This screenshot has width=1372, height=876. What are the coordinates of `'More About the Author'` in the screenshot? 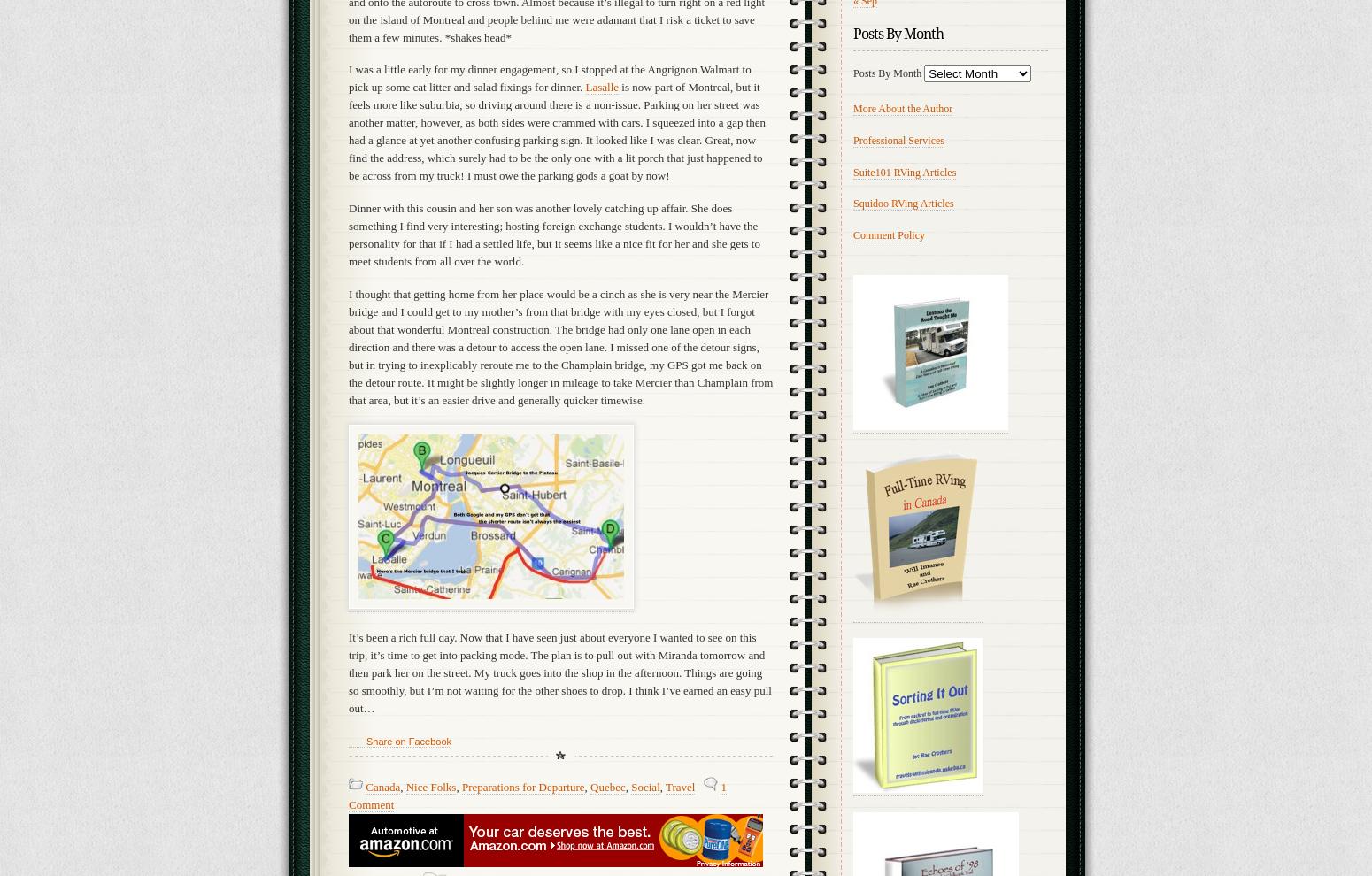 It's located at (903, 107).